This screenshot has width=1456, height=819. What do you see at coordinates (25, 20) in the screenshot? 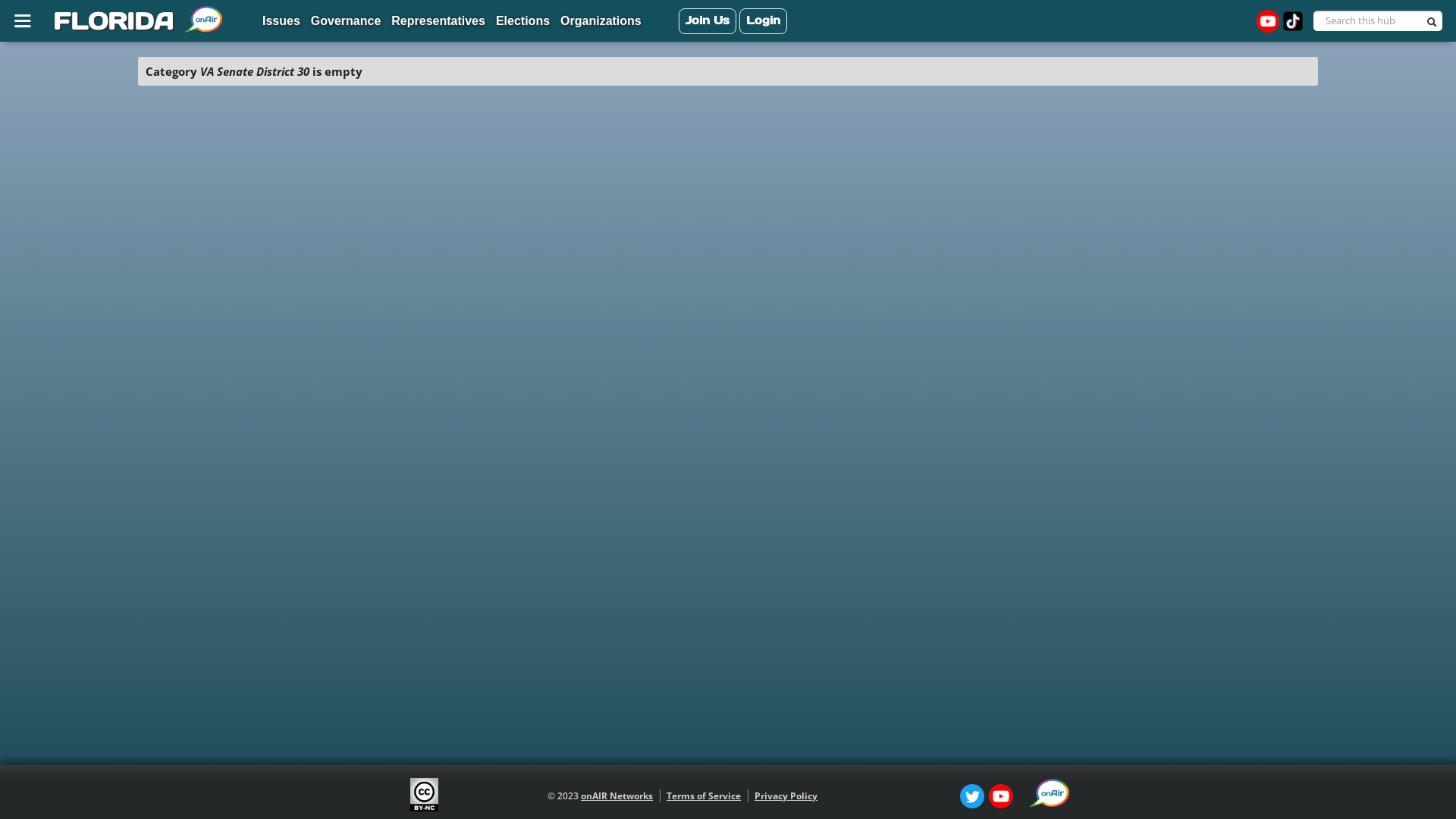
I see `'Site Map'` at bounding box center [25, 20].